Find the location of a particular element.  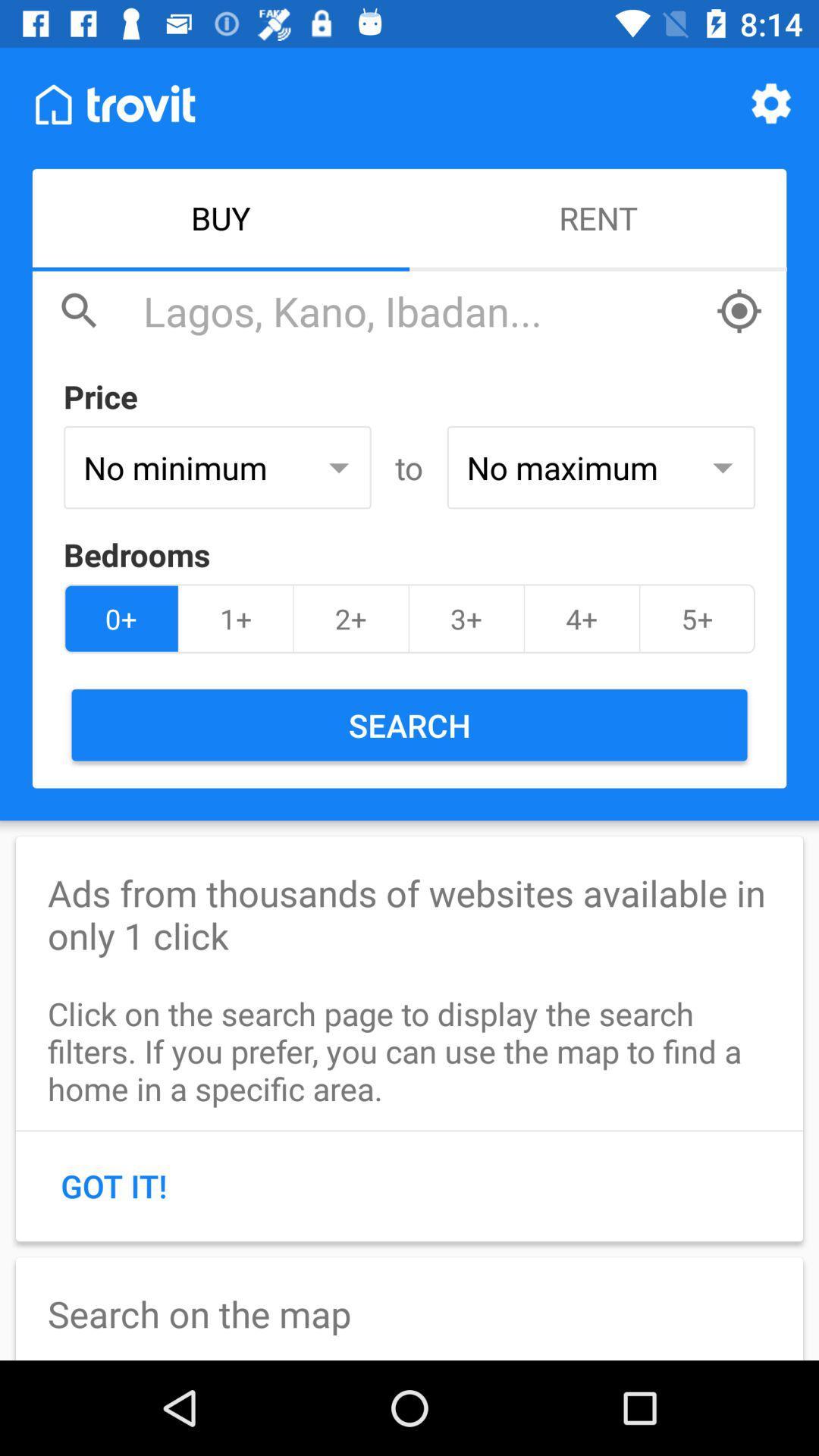

got it! at the bottom left corner is located at coordinates (113, 1185).